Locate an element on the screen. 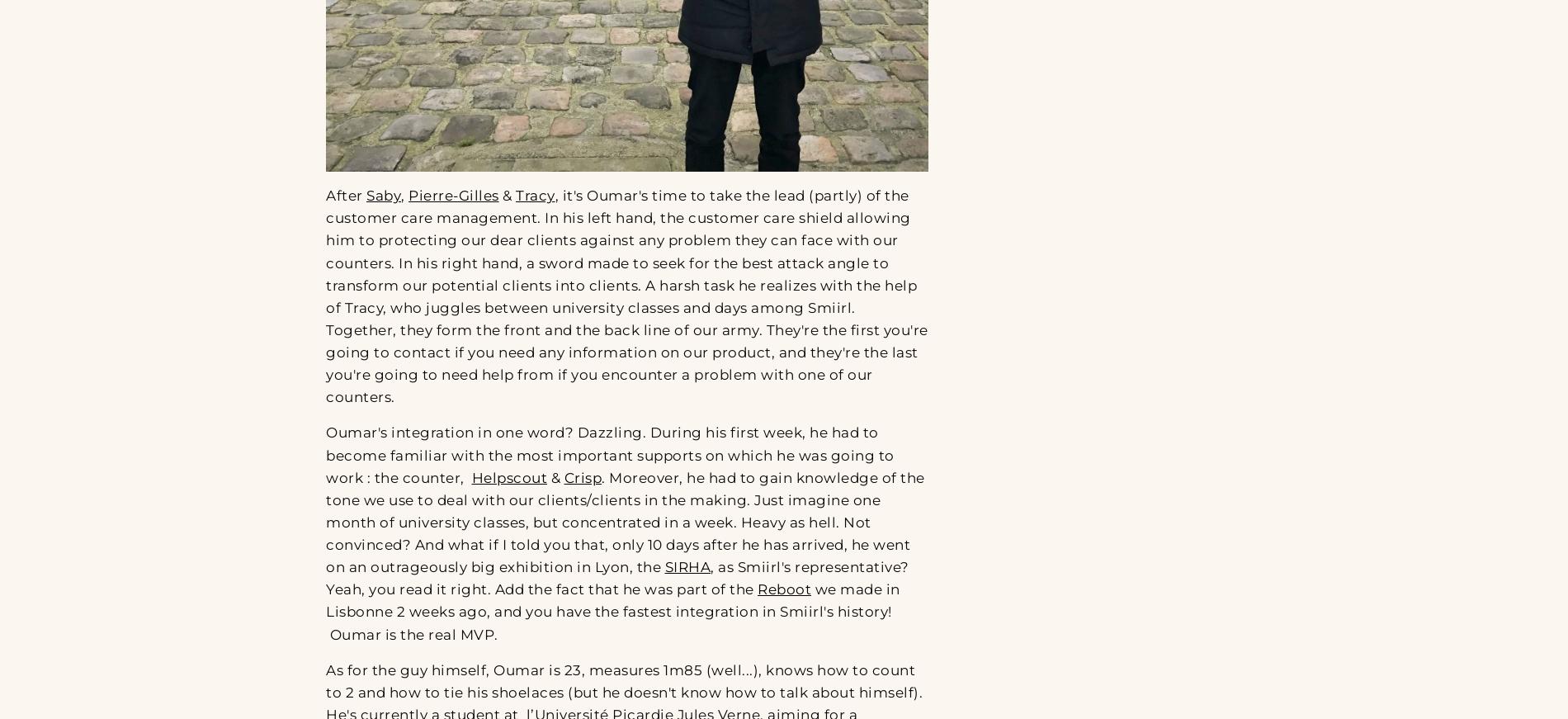  'Helpscout' is located at coordinates (470, 476).